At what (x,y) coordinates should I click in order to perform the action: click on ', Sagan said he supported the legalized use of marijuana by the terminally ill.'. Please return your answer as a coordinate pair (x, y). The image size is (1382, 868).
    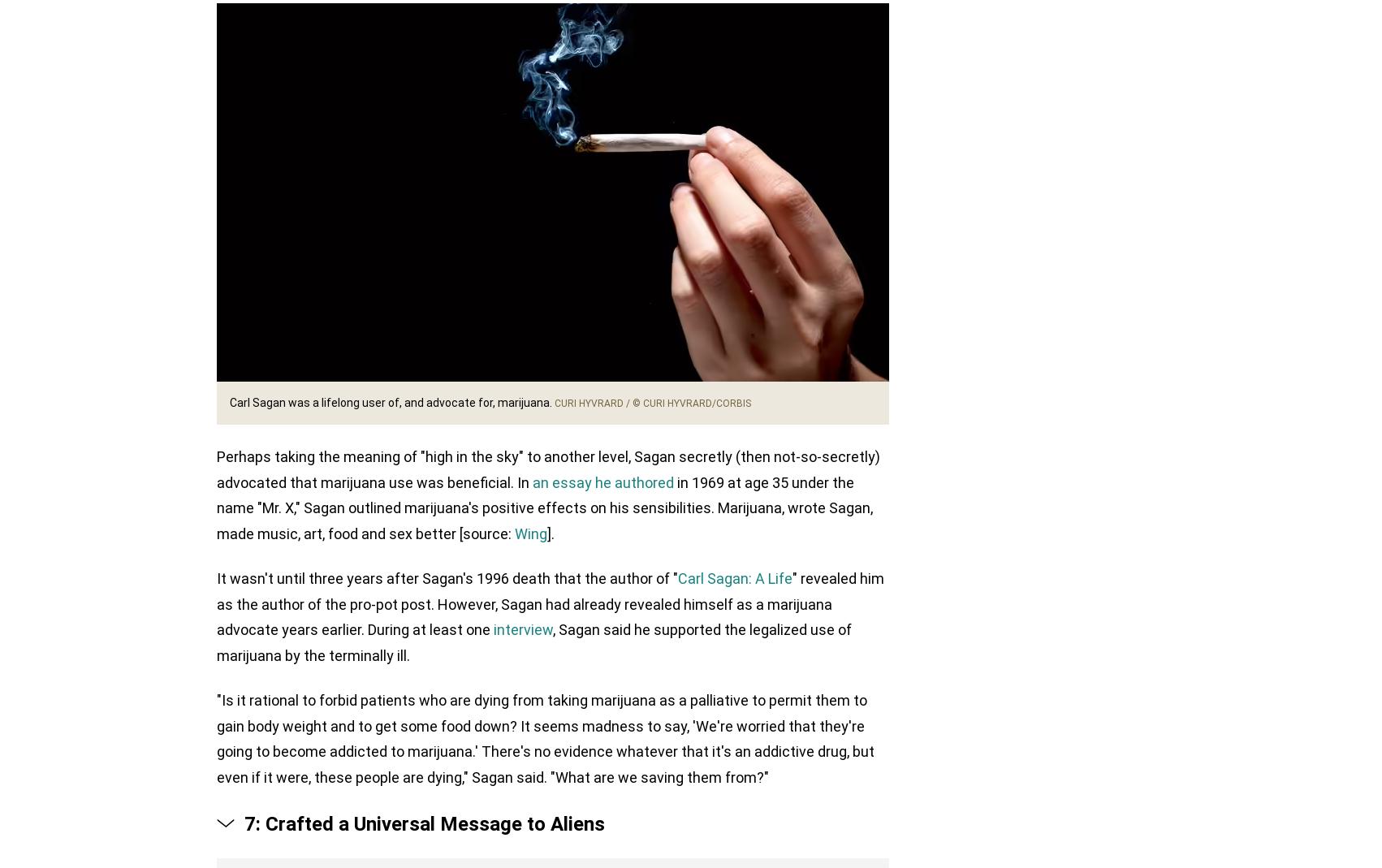
    Looking at the image, I should click on (533, 643).